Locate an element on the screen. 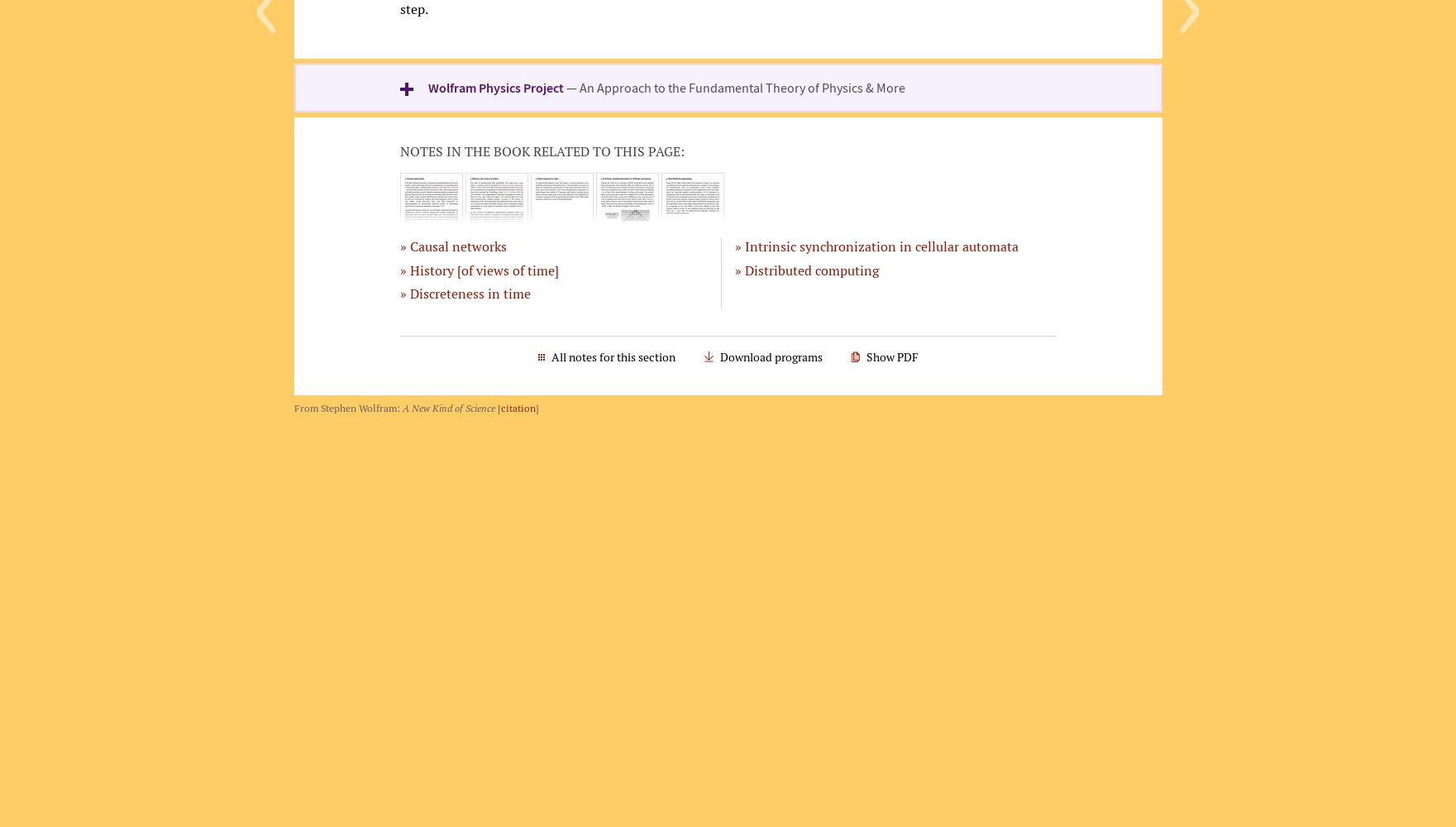  'Download programs' is located at coordinates (718, 356).